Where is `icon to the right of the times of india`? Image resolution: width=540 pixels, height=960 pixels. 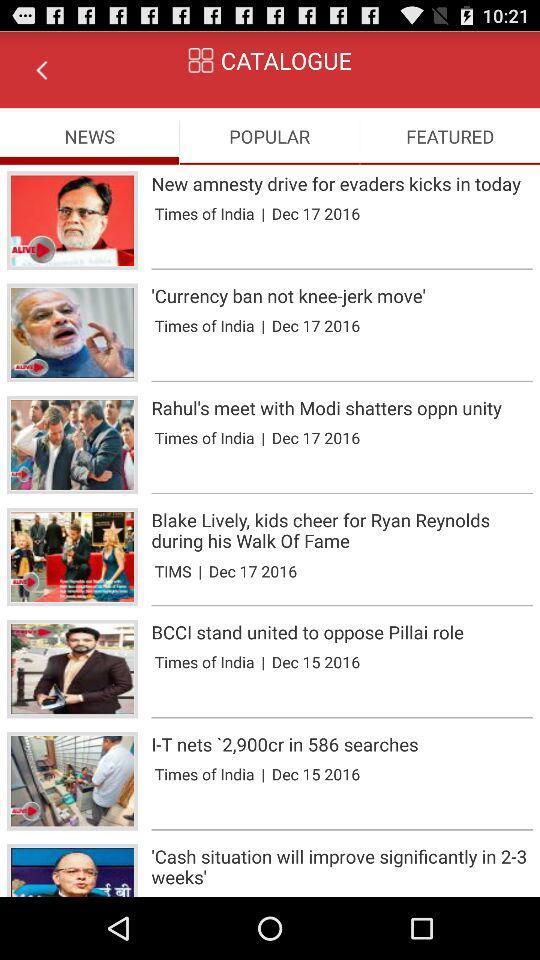
icon to the right of the times of india is located at coordinates (263, 437).